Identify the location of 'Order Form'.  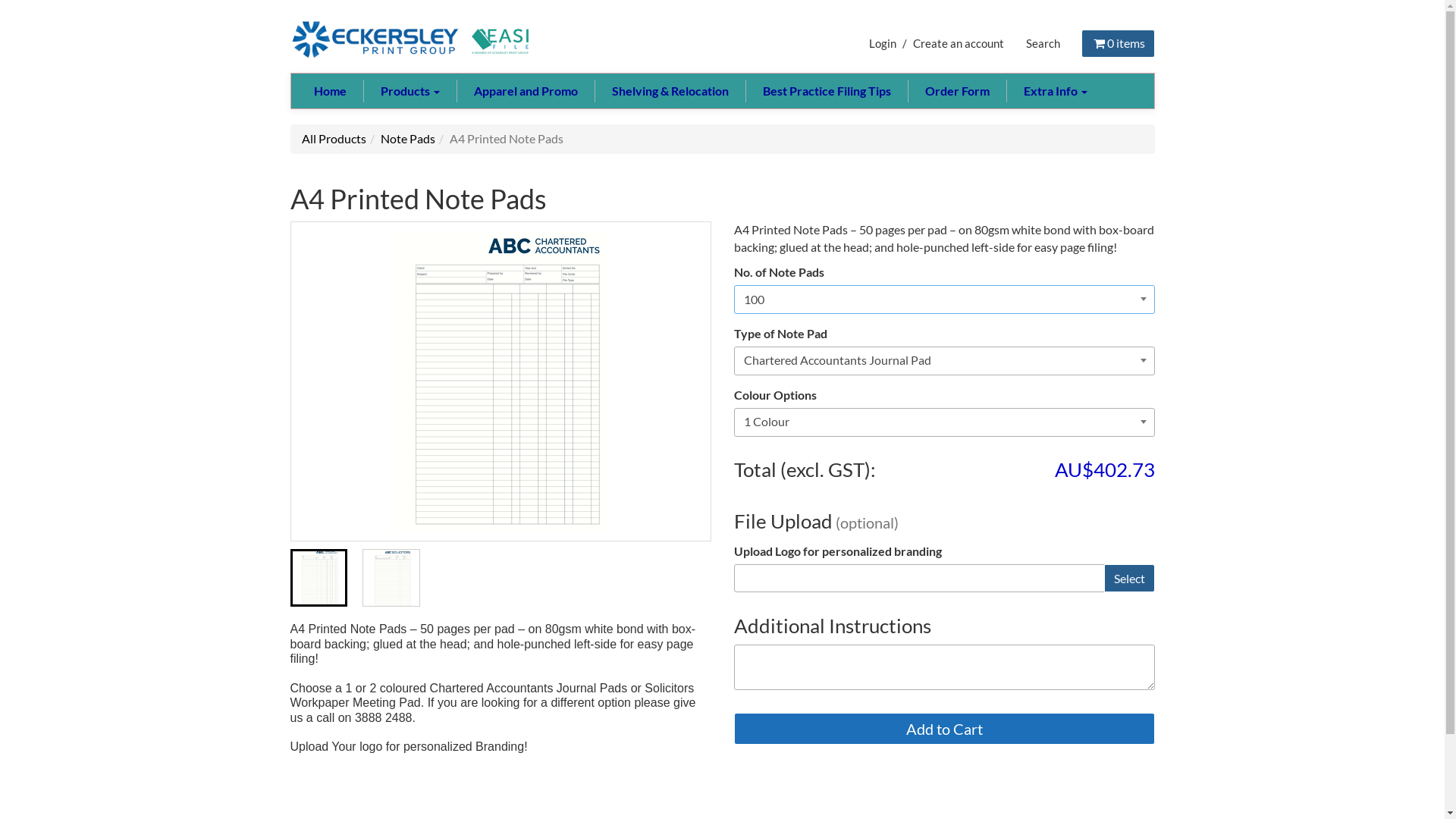
(955, 90).